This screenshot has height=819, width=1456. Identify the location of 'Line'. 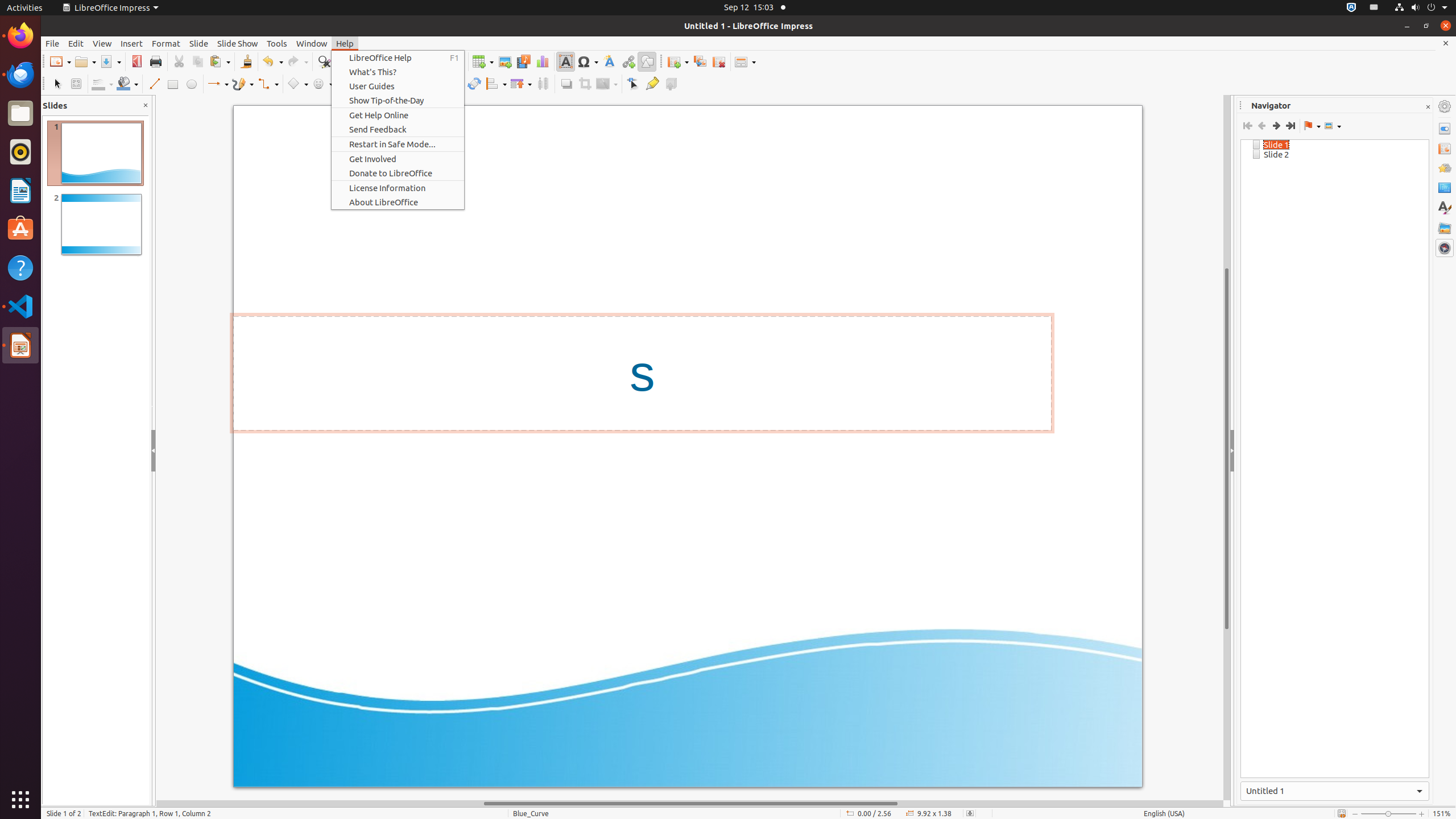
(153, 83).